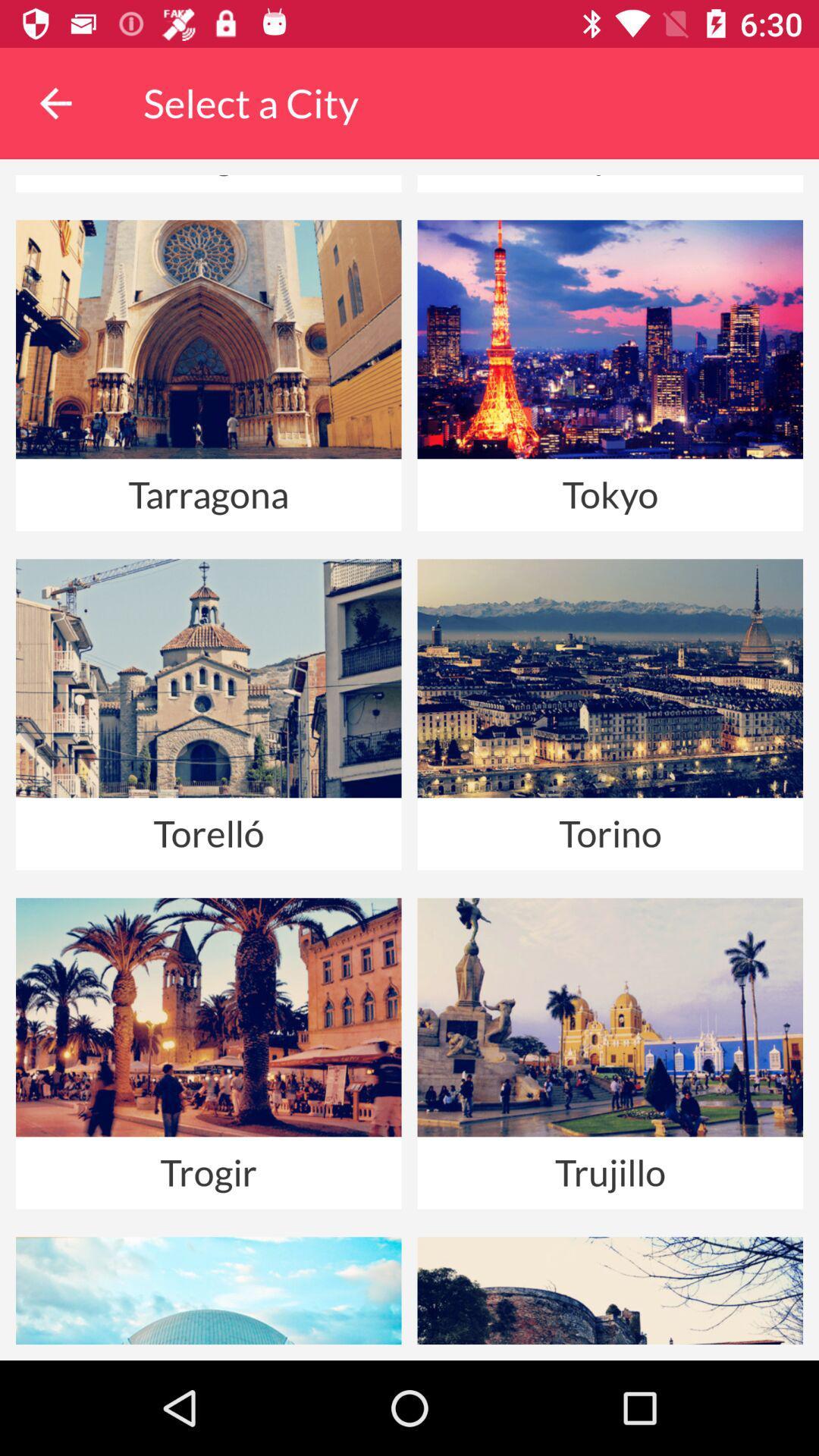  Describe the element at coordinates (55, 102) in the screenshot. I see `item next to select a city` at that location.